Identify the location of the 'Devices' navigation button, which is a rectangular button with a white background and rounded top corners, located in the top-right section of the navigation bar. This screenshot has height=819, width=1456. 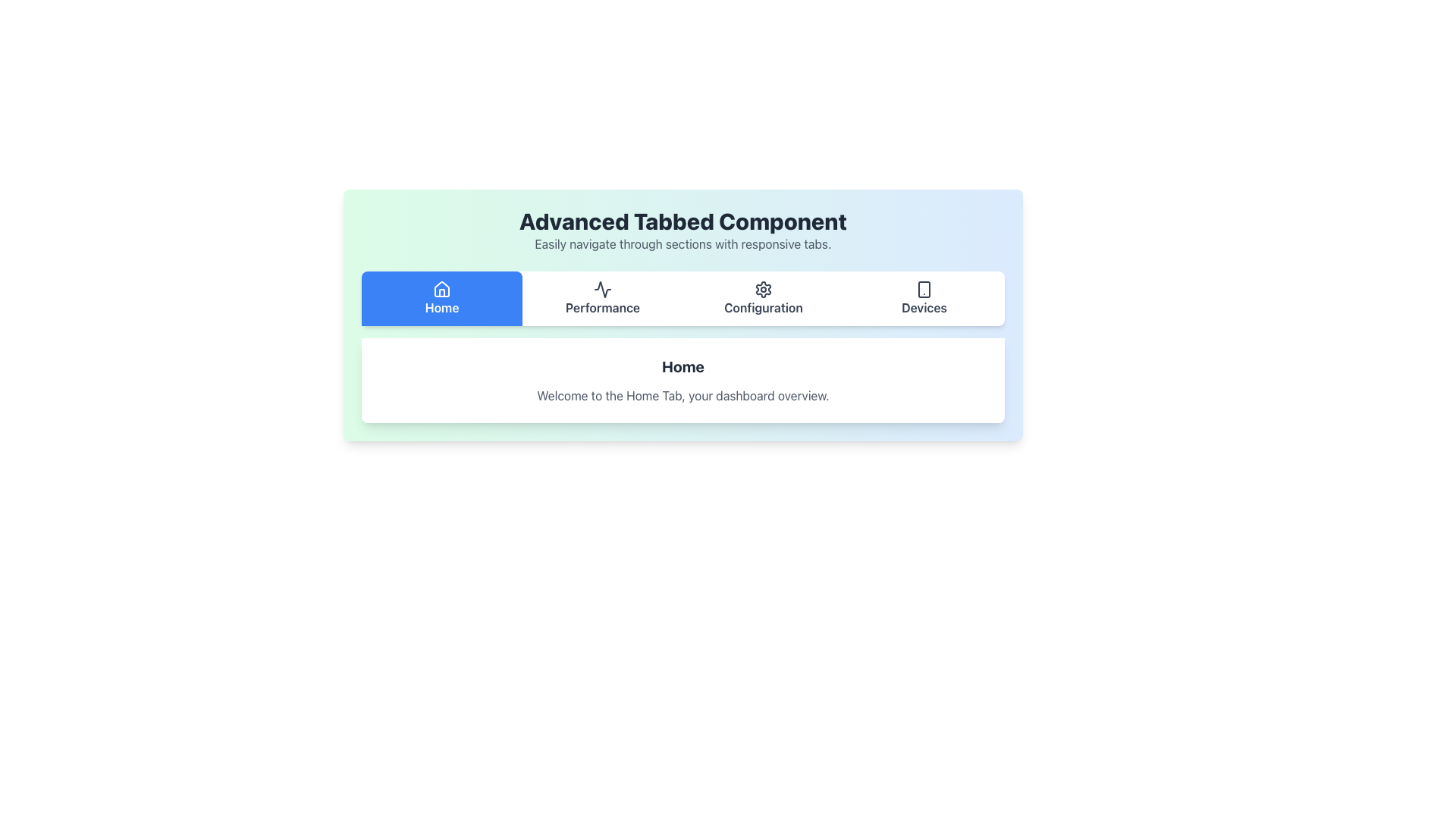
(924, 298).